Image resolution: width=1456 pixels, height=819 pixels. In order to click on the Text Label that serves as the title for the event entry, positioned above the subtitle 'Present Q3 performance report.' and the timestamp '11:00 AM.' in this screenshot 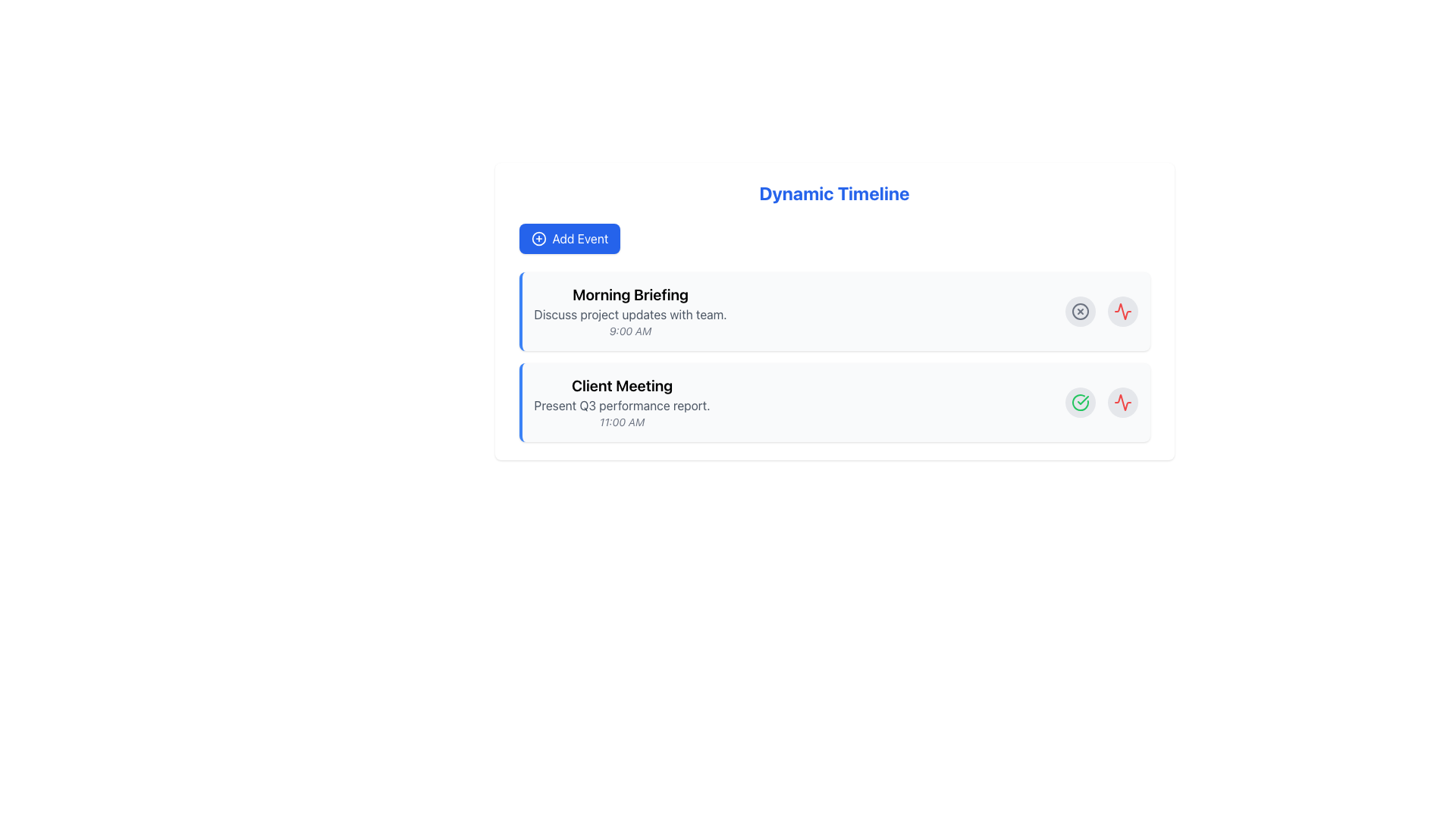, I will do `click(622, 385)`.